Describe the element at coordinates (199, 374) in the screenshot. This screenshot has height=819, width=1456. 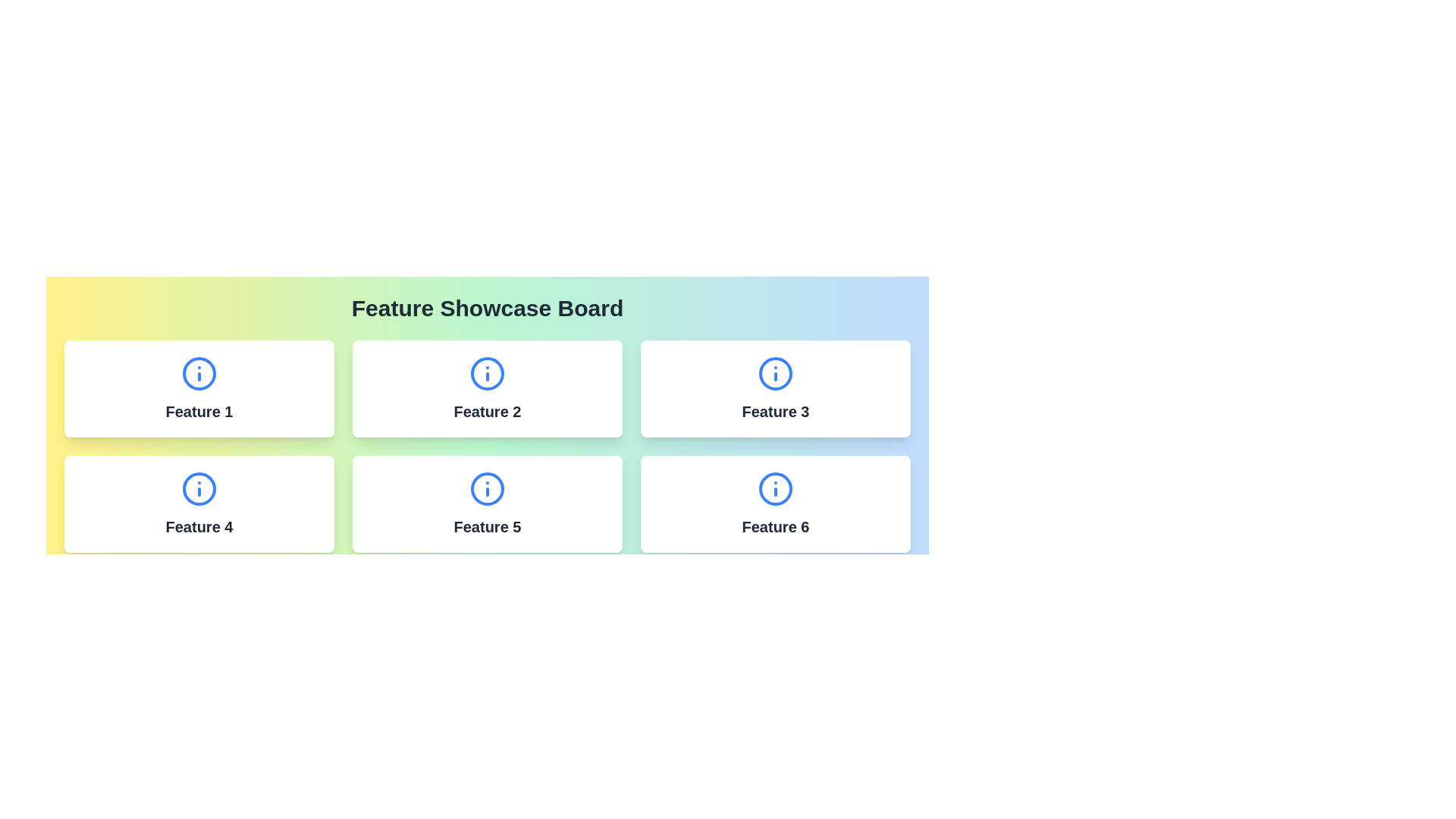
I see `the outer circle of the 'Feature 1' icon, which is represented by an elliptical SVG shape located in the top-left icon of a 2x3 grid` at that location.